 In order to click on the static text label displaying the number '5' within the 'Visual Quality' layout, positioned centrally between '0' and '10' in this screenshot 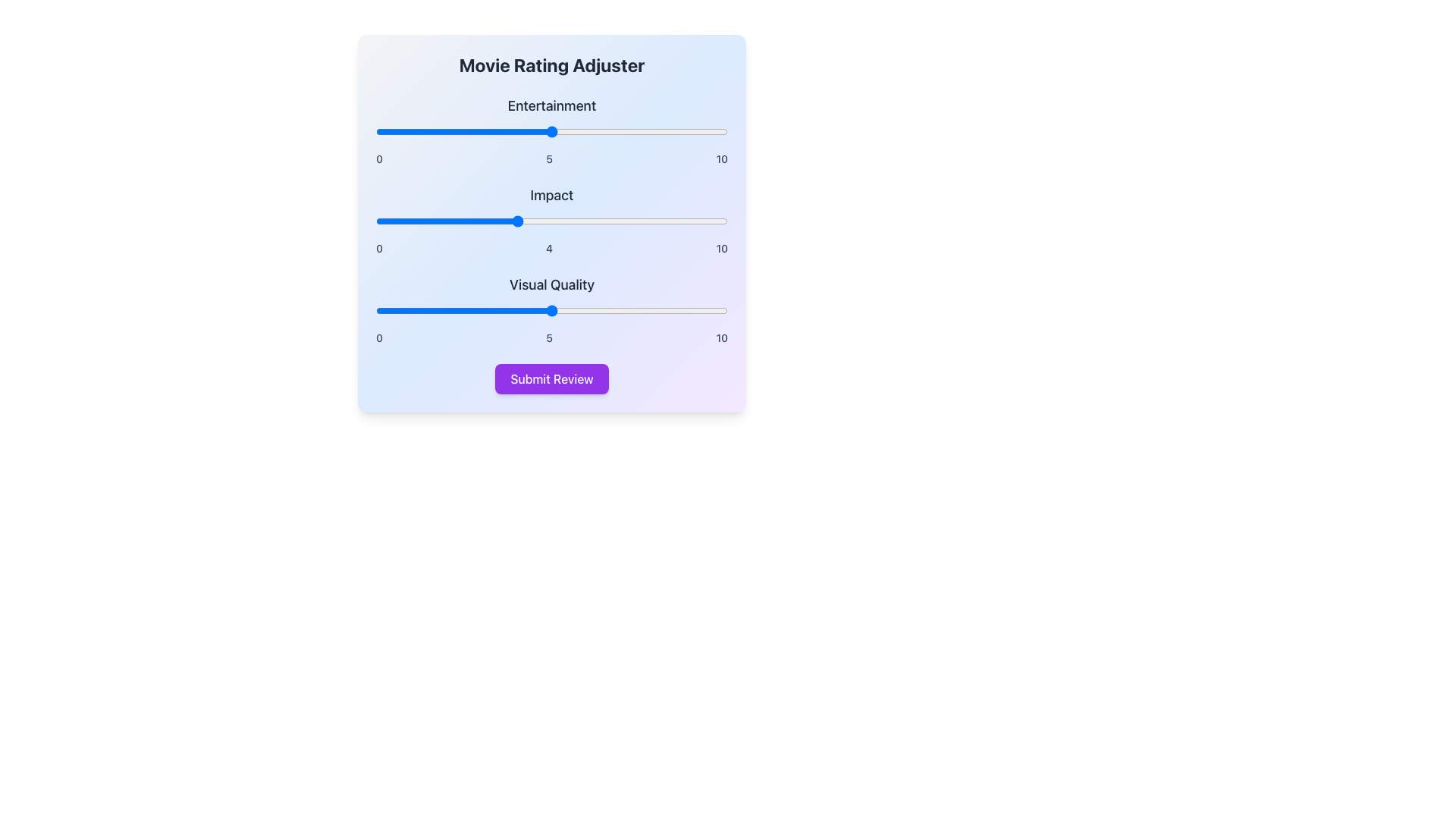, I will do `click(548, 337)`.